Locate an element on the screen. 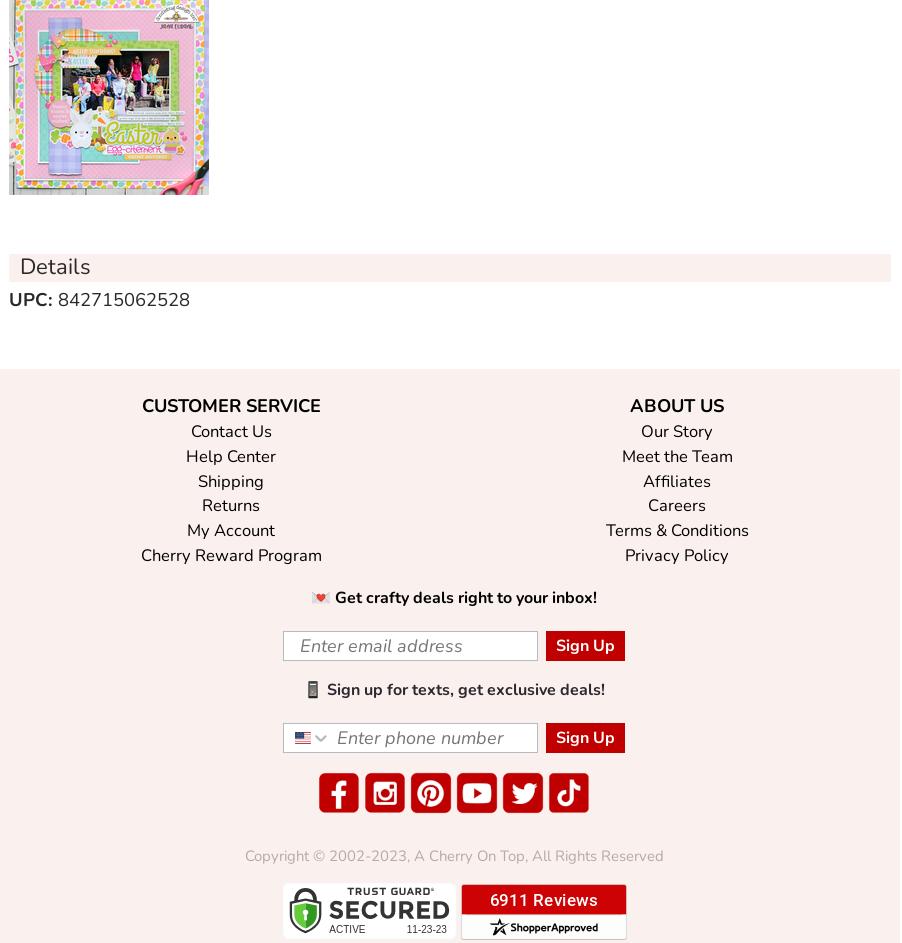  'Cherry Reward Program' is located at coordinates (230, 555).